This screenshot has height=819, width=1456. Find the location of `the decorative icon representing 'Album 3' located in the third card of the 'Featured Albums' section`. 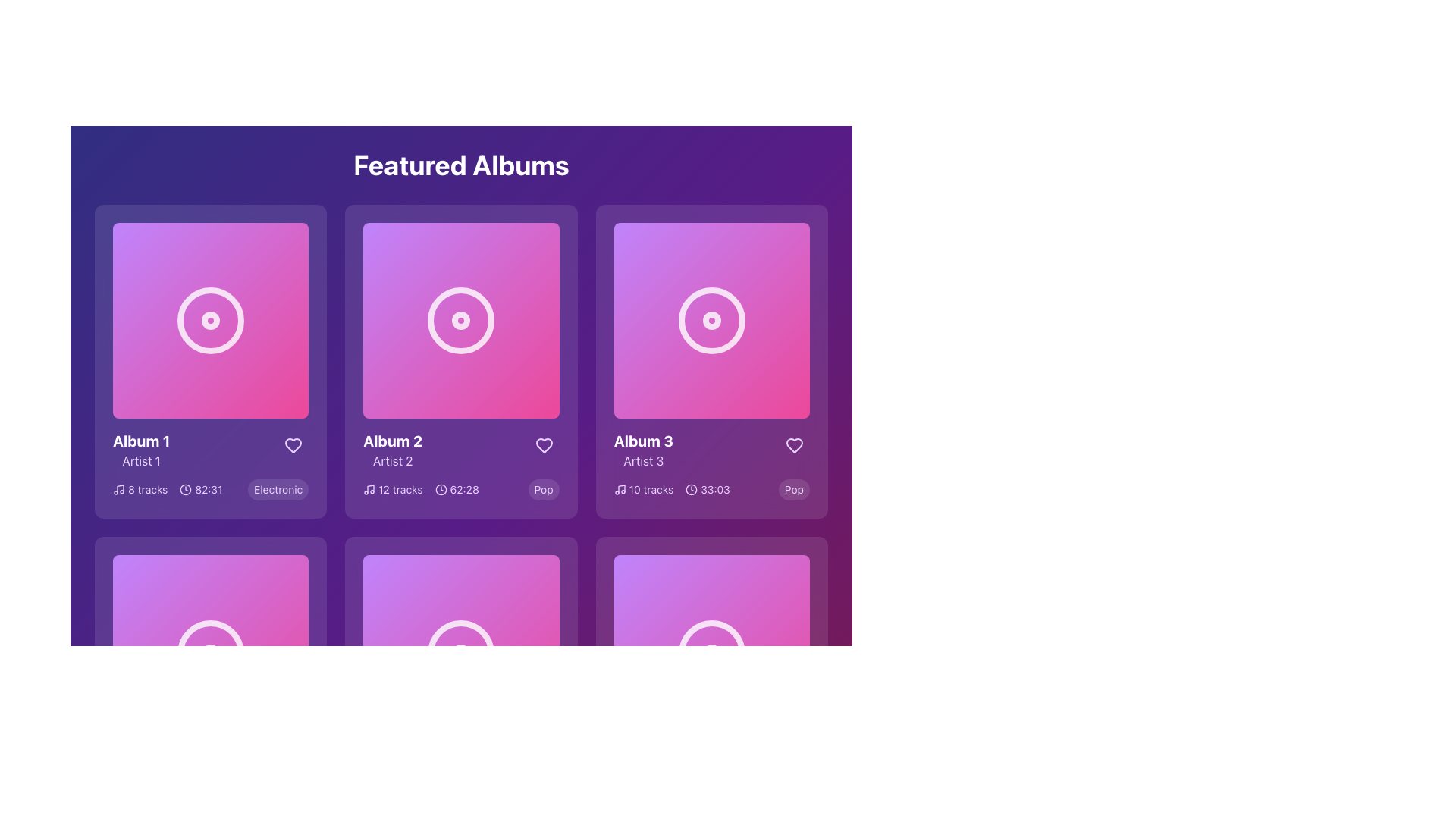

the decorative icon representing 'Album 3' located in the third card of the 'Featured Albums' section is located at coordinates (711, 320).